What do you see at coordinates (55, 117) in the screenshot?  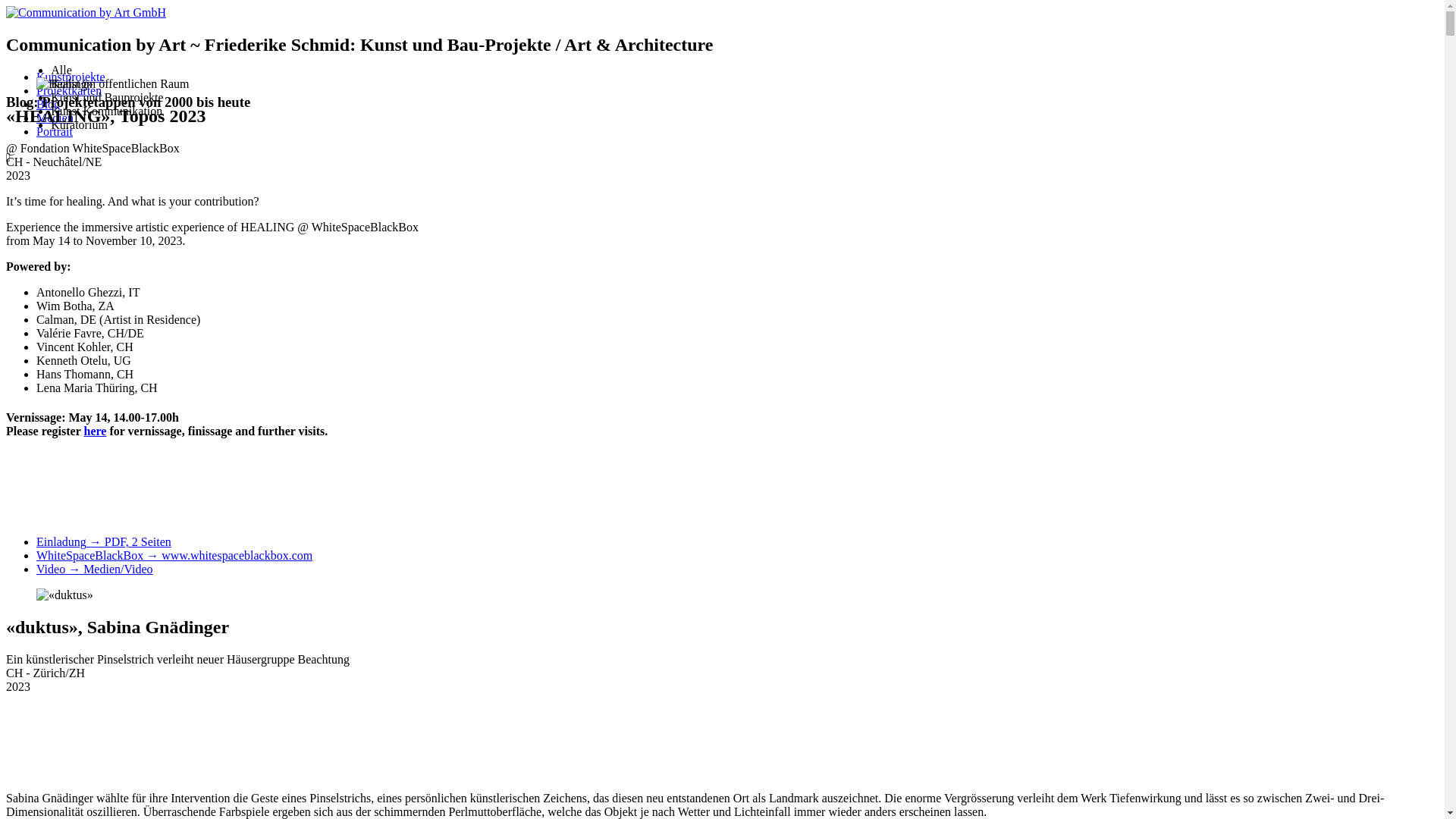 I see `'Medien'` at bounding box center [55, 117].